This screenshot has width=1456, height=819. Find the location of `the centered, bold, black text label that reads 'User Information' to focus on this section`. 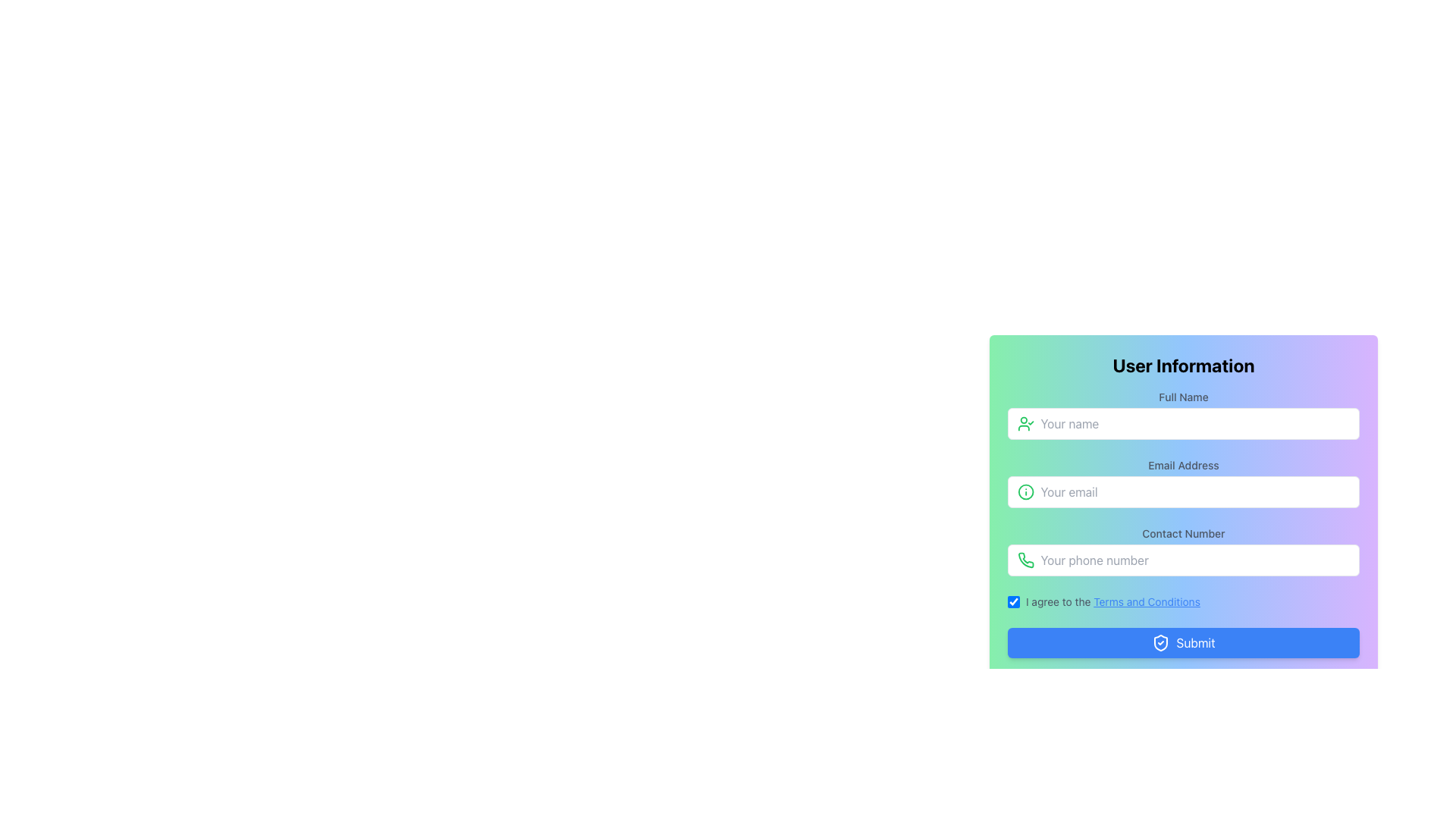

the centered, bold, black text label that reads 'User Information' to focus on this section is located at coordinates (1182, 366).